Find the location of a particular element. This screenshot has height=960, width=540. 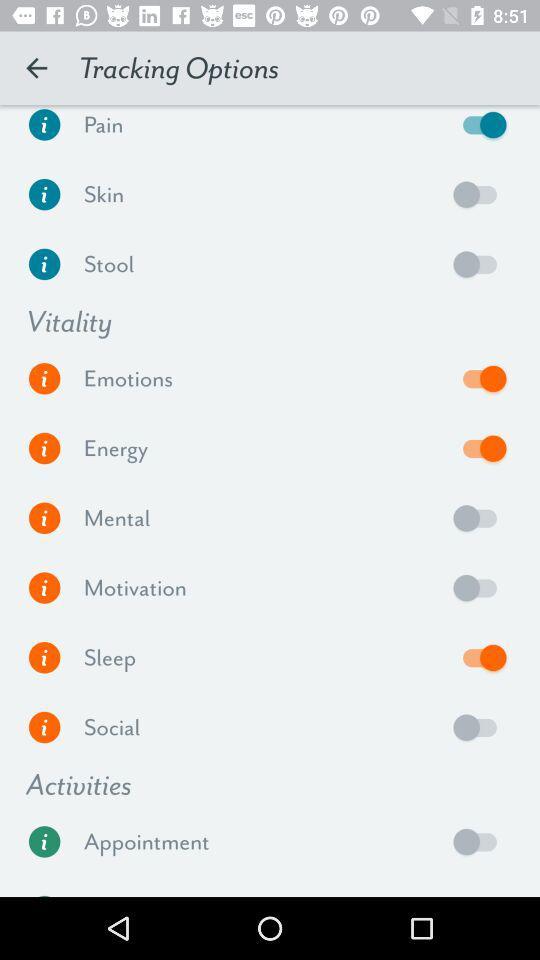

more information is located at coordinates (44, 377).